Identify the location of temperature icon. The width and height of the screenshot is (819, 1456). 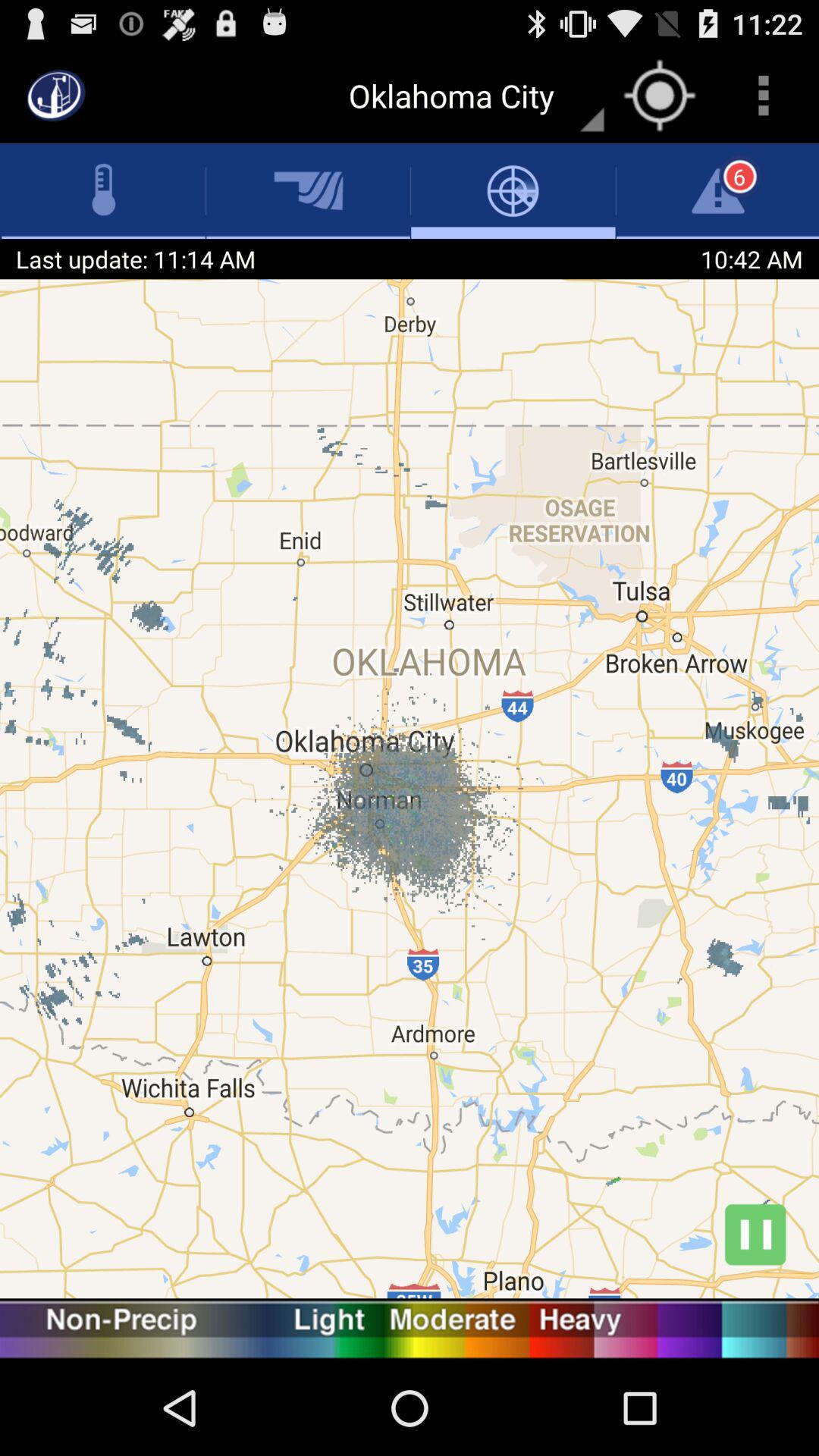
(103, 190).